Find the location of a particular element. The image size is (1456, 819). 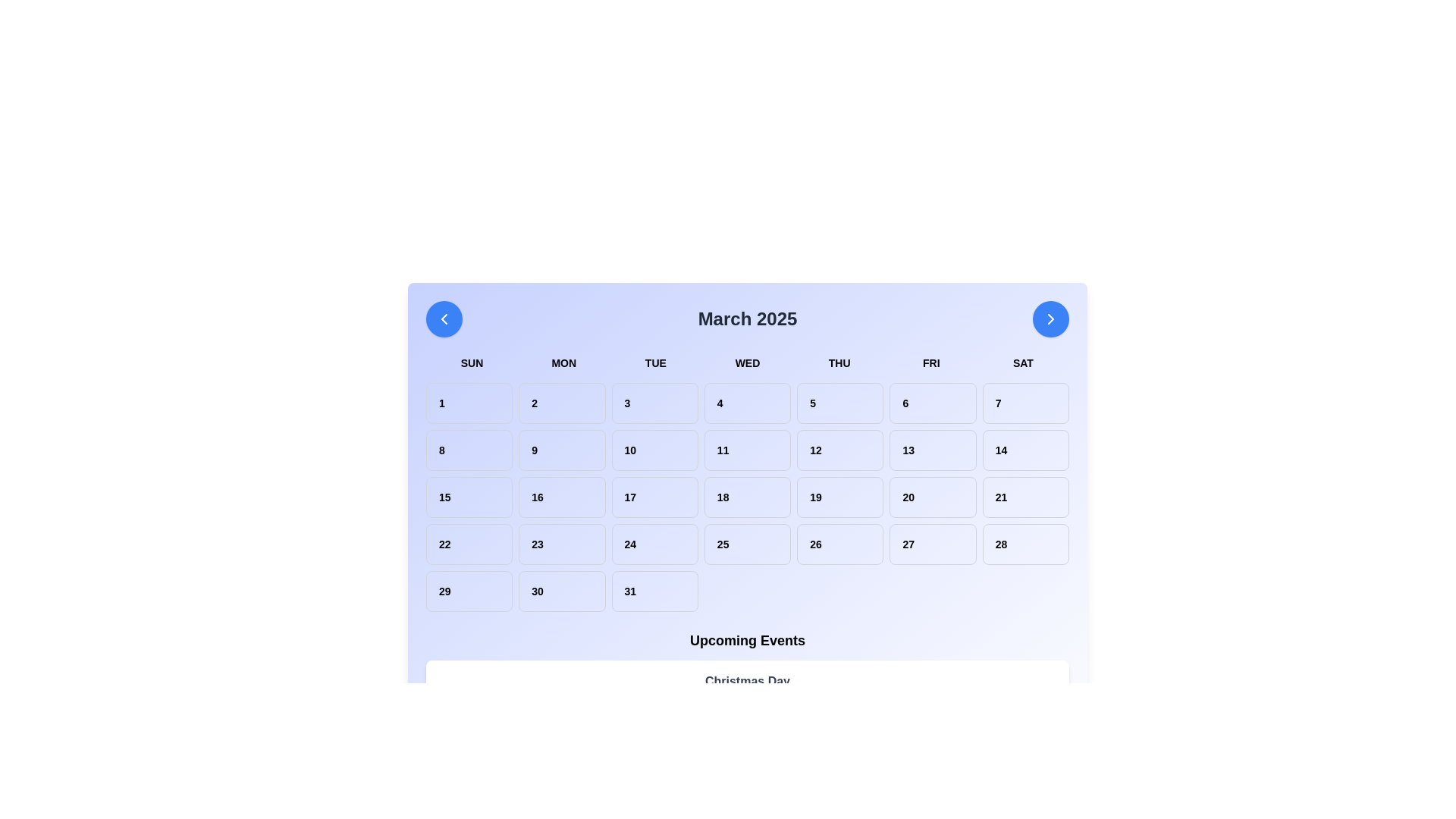

the title of the displayed calendar that indicates the currently visible month and year is located at coordinates (747, 318).